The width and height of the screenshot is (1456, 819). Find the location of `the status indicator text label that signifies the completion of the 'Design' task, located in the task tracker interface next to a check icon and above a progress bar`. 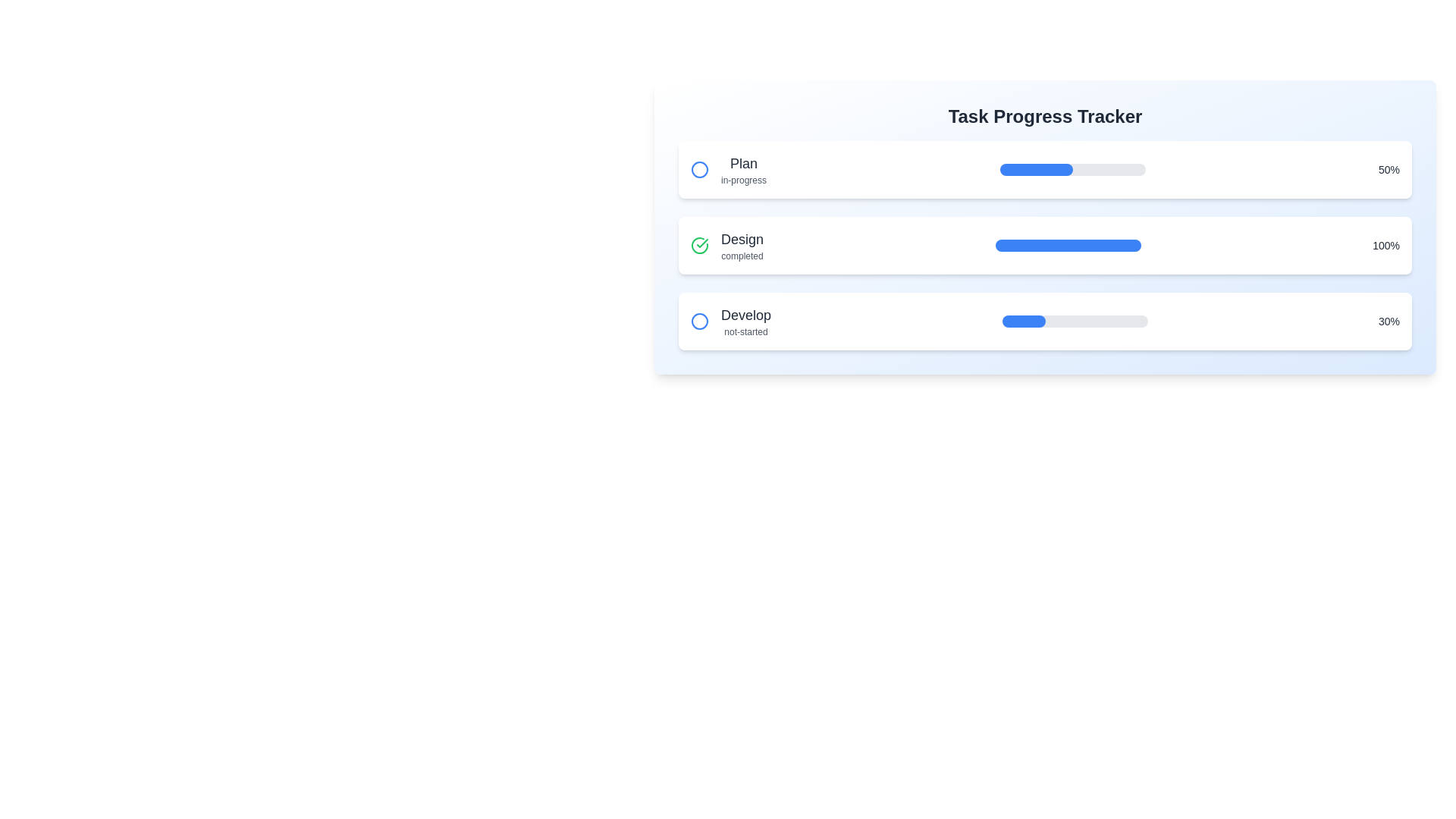

the status indicator text label that signifies the completion of the 'Design' task, located in the task tracker interface next to a check icon and above a progress bar is located at coordinates (742, 256).